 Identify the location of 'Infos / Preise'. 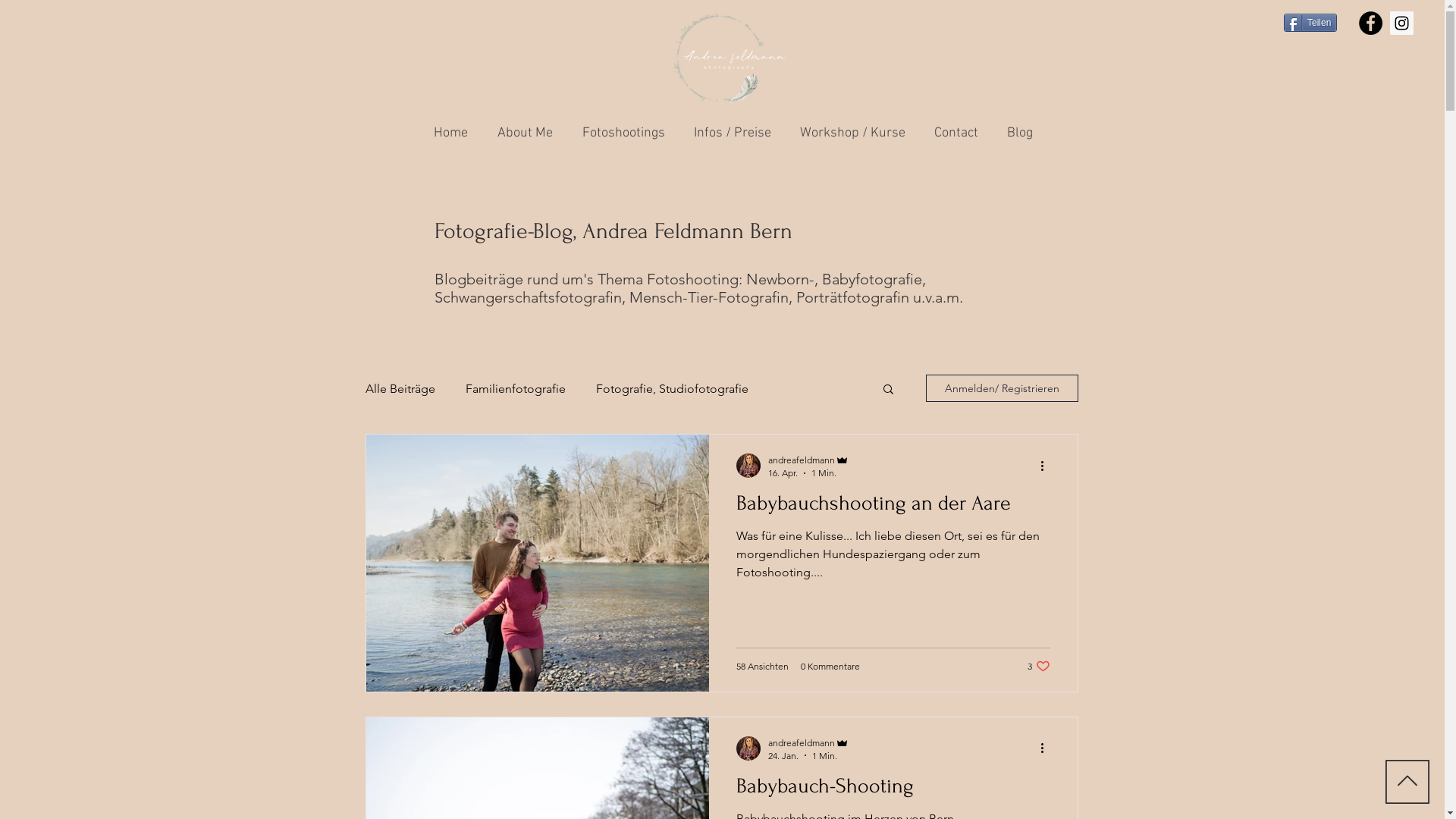
(729, 132).